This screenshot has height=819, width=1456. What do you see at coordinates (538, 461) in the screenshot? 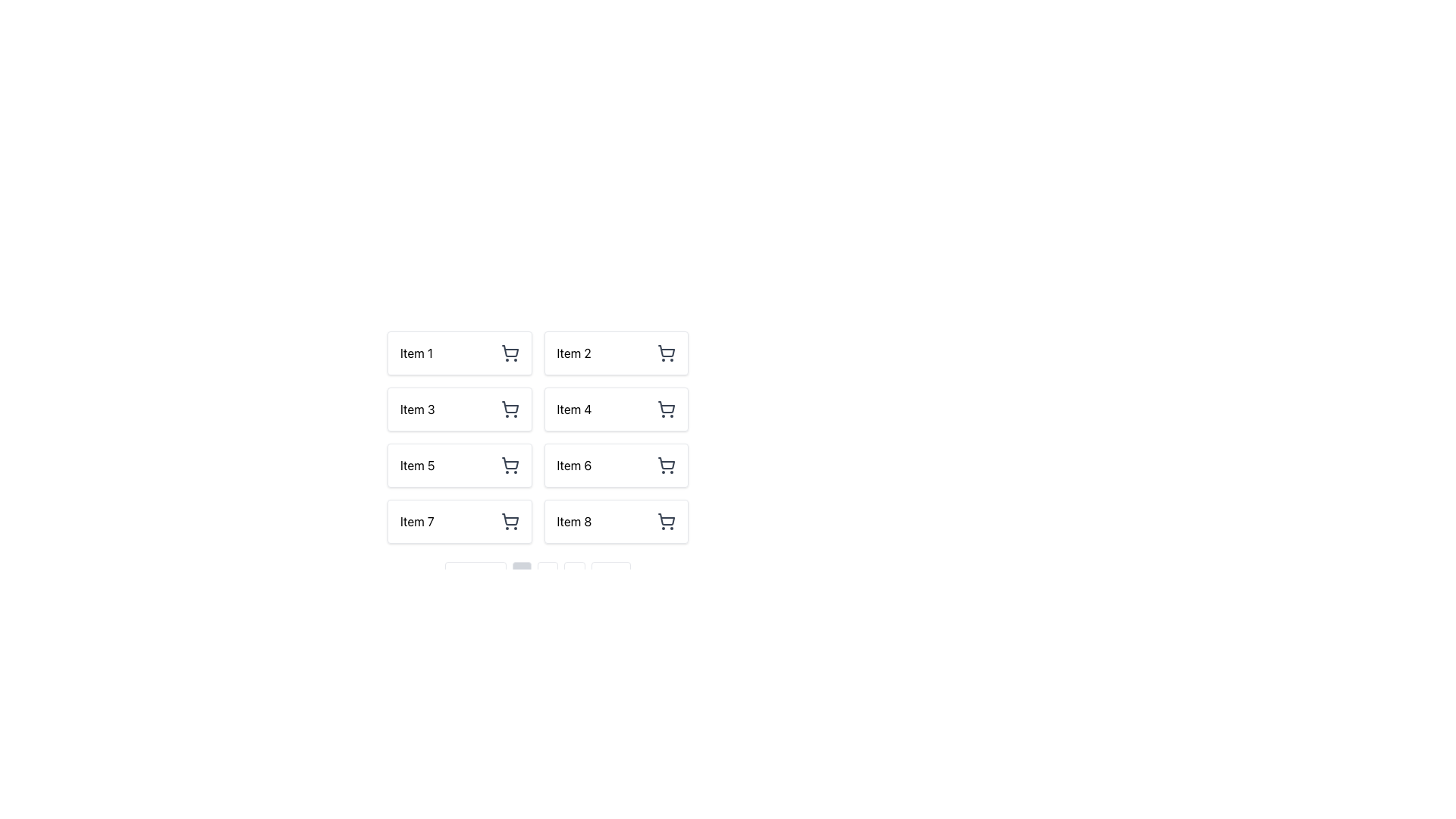
I see `the text in the List/Grid Item located at the fifth row and second column of the grid` at bounding box center [538, 461].